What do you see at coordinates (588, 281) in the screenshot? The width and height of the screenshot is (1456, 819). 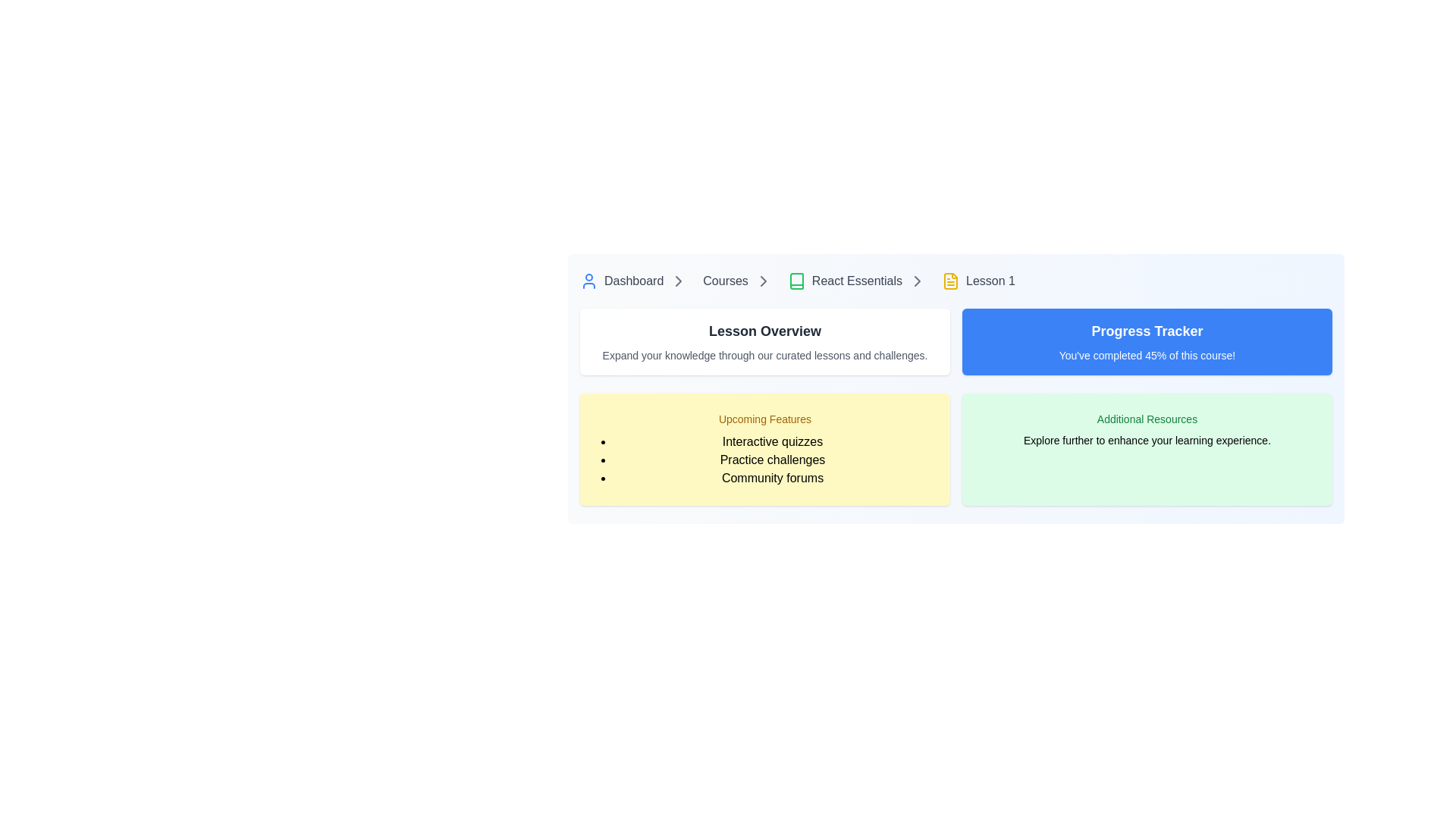 I see `the blue person silhouette icon that precedes the text 'Dashboard' in the breadcrumb navigation` at bounding box center [588, 281].